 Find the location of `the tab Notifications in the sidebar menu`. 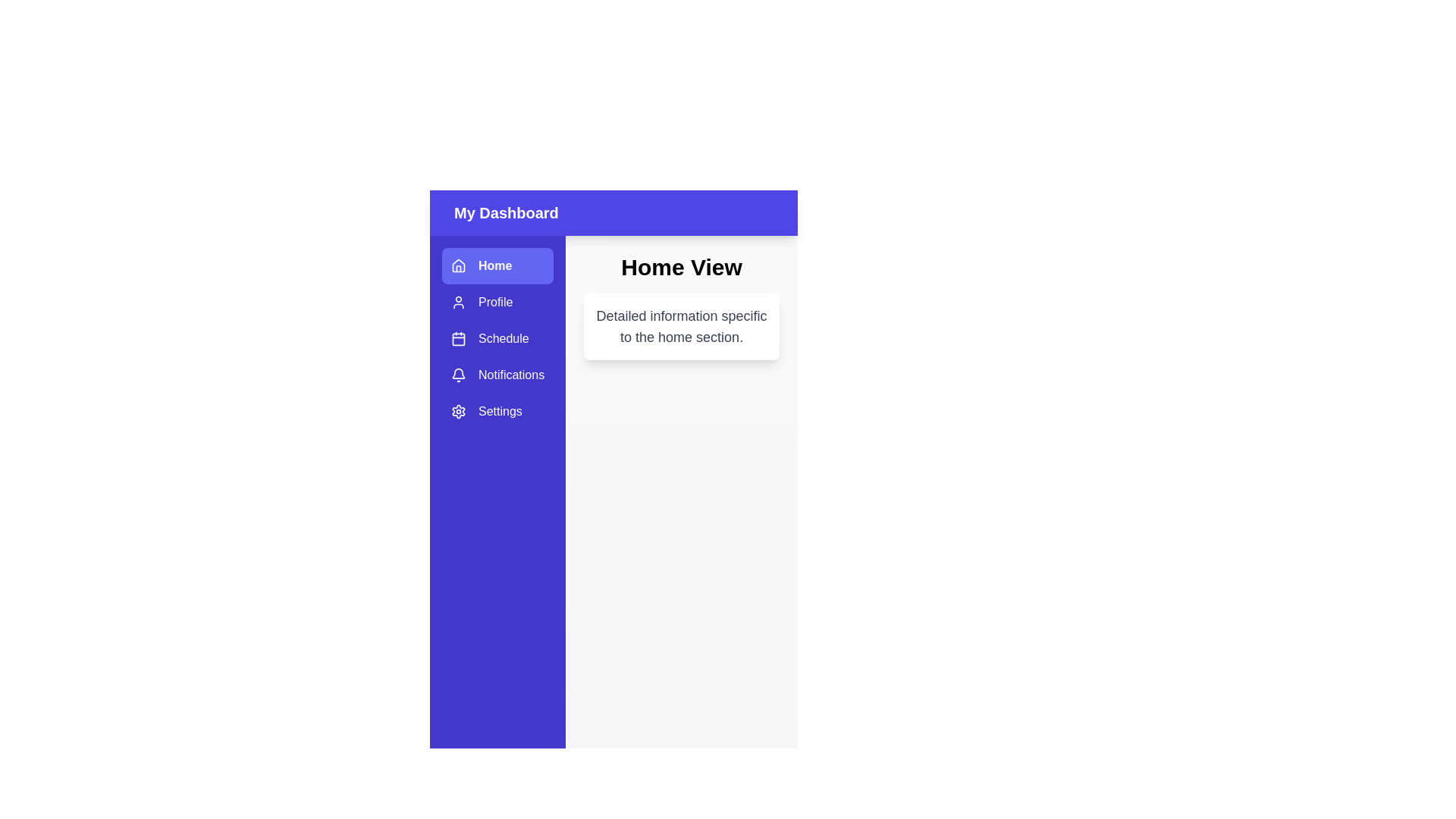

the tab Notifications in the sidebar menu is located at coordinates (497, 375).